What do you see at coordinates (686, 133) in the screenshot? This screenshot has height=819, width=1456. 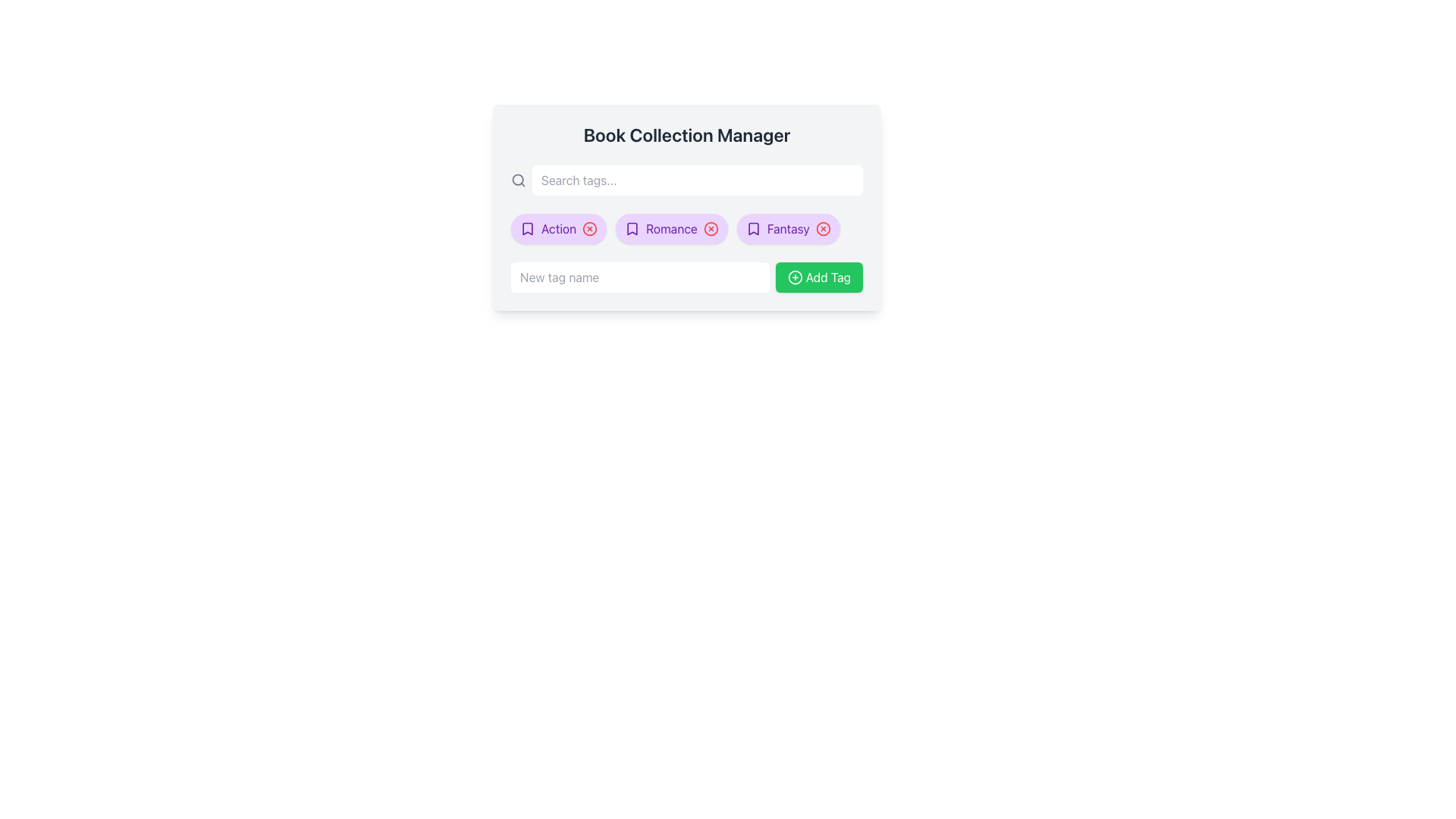 I see `the text label titled 'Book Collection Manager' which is displayed in a large, bold font at the top center of the interface` at bounding box center [686, 133].